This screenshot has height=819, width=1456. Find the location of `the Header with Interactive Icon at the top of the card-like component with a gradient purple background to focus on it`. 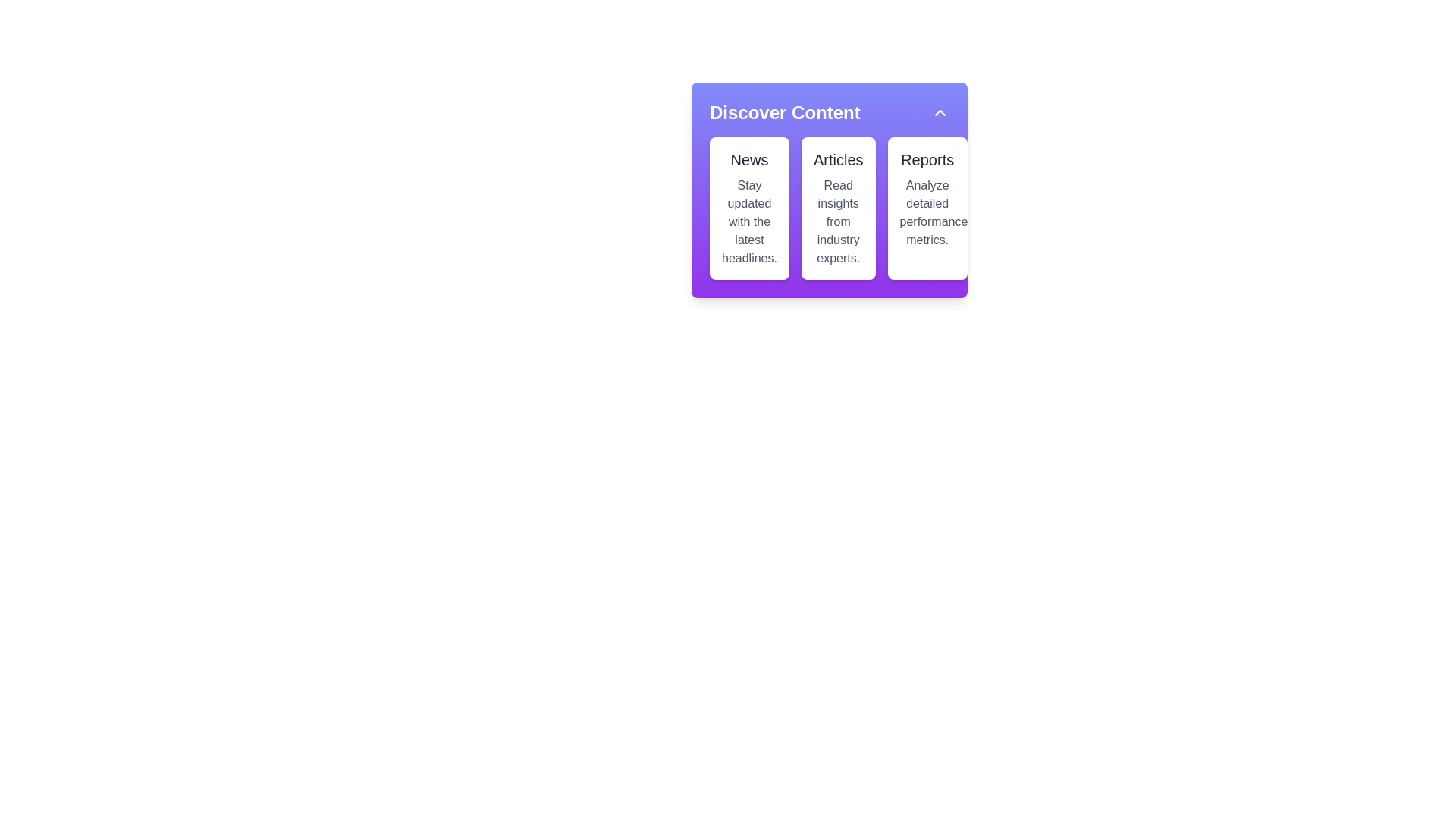

the Header with Interactive Icon at the top of the card-like component with a gradient purple background to focus on it is located at coordinates (829, 112).